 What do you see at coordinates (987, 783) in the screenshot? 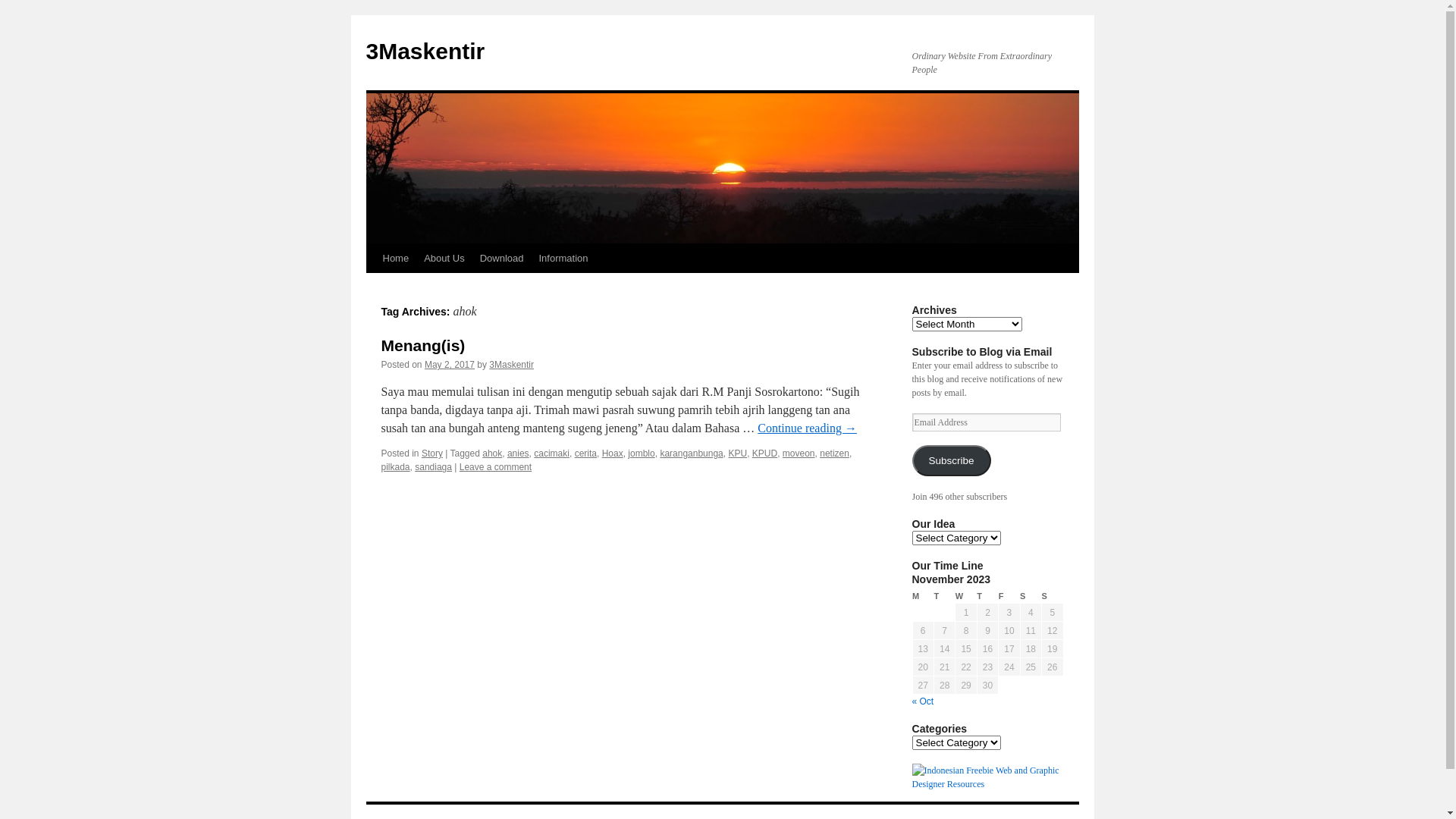
I see `'Indonesian Freebie Web and Graphic Designer Resources'` at bounding box center [987, 783].